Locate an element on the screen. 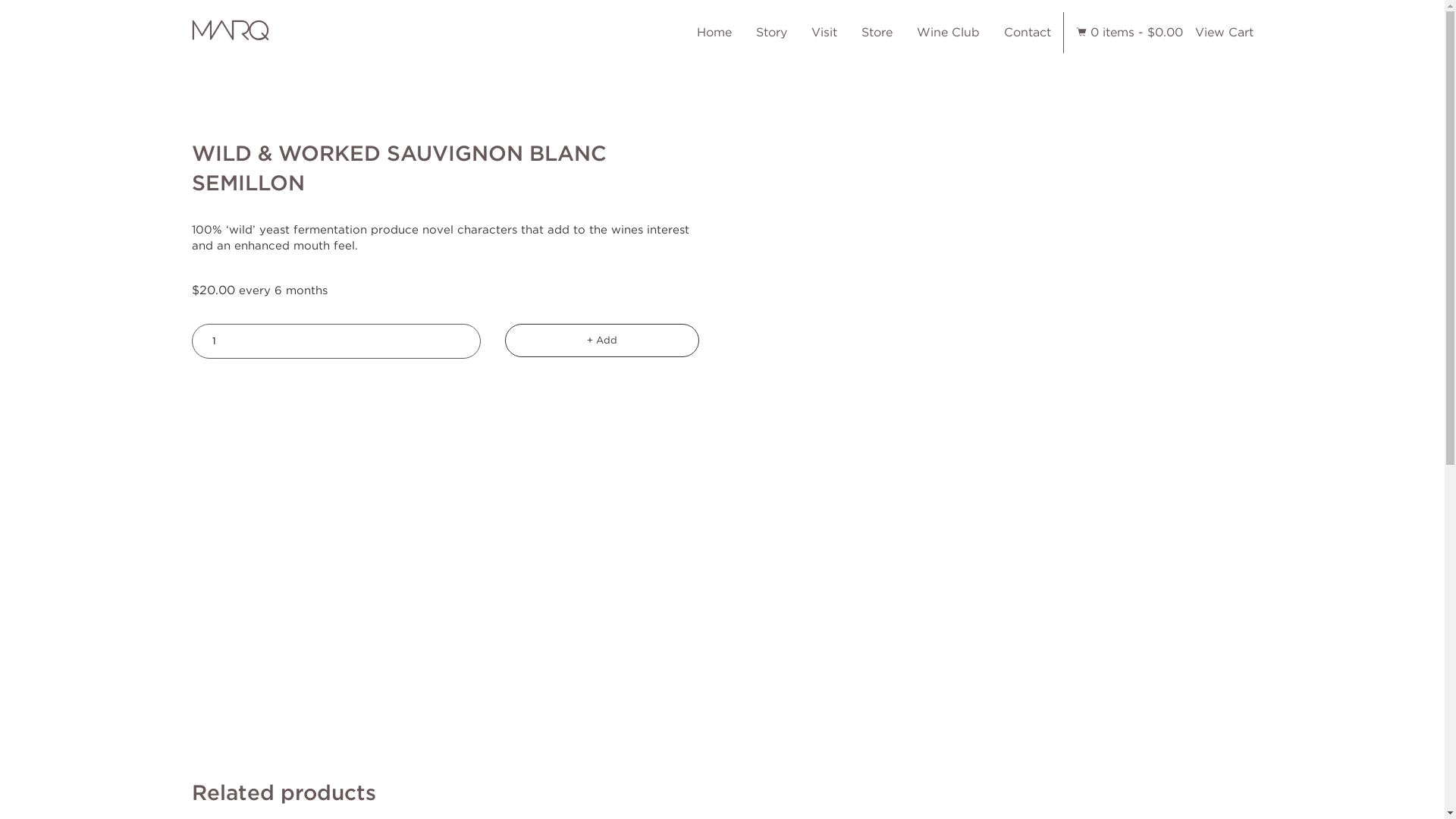 The height and width of the screenshot is (819, 1456). 'Store' is located at coordinates (877, 32).